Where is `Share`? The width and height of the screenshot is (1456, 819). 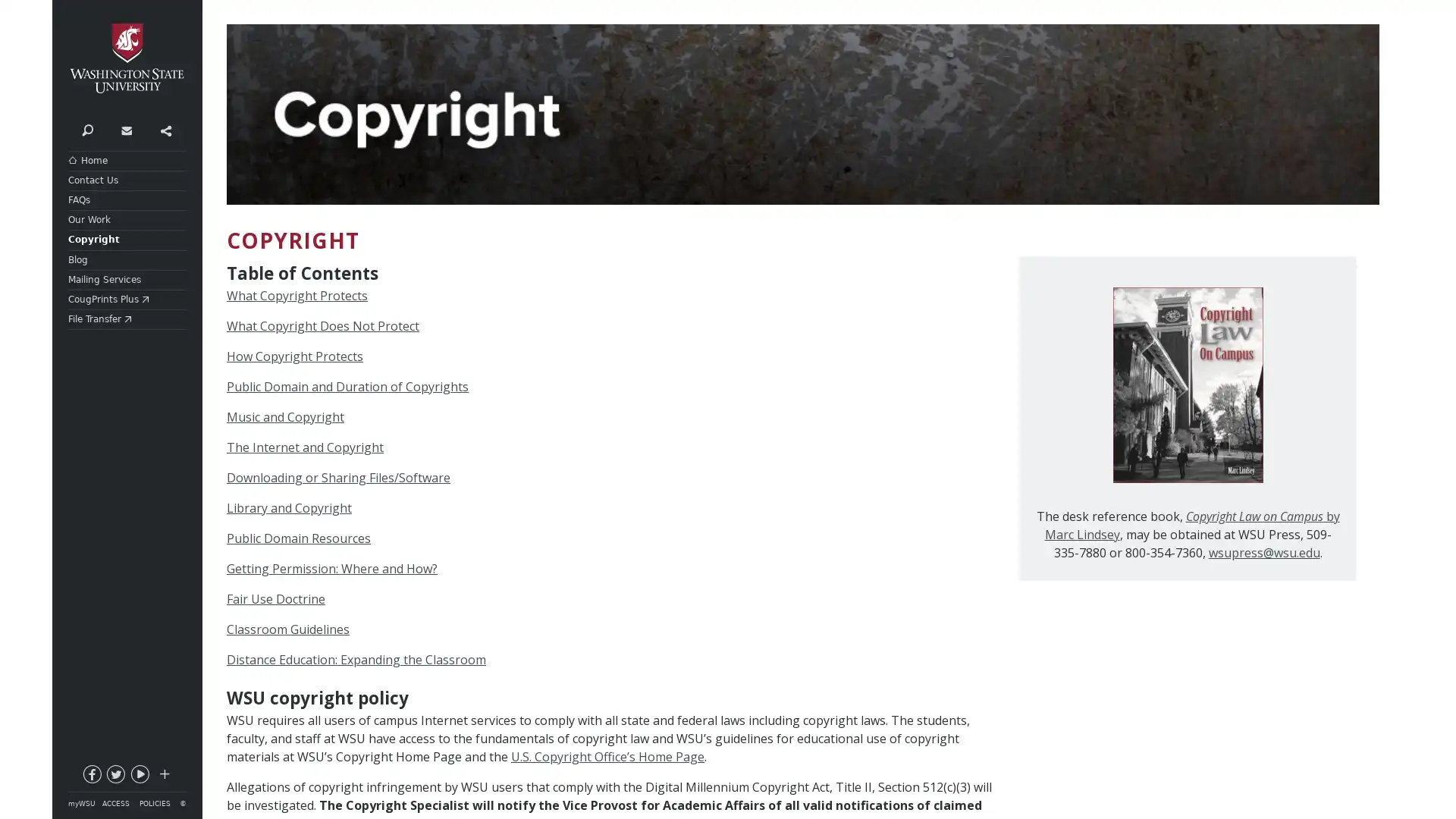 Share is located at coordinates (165, 128).